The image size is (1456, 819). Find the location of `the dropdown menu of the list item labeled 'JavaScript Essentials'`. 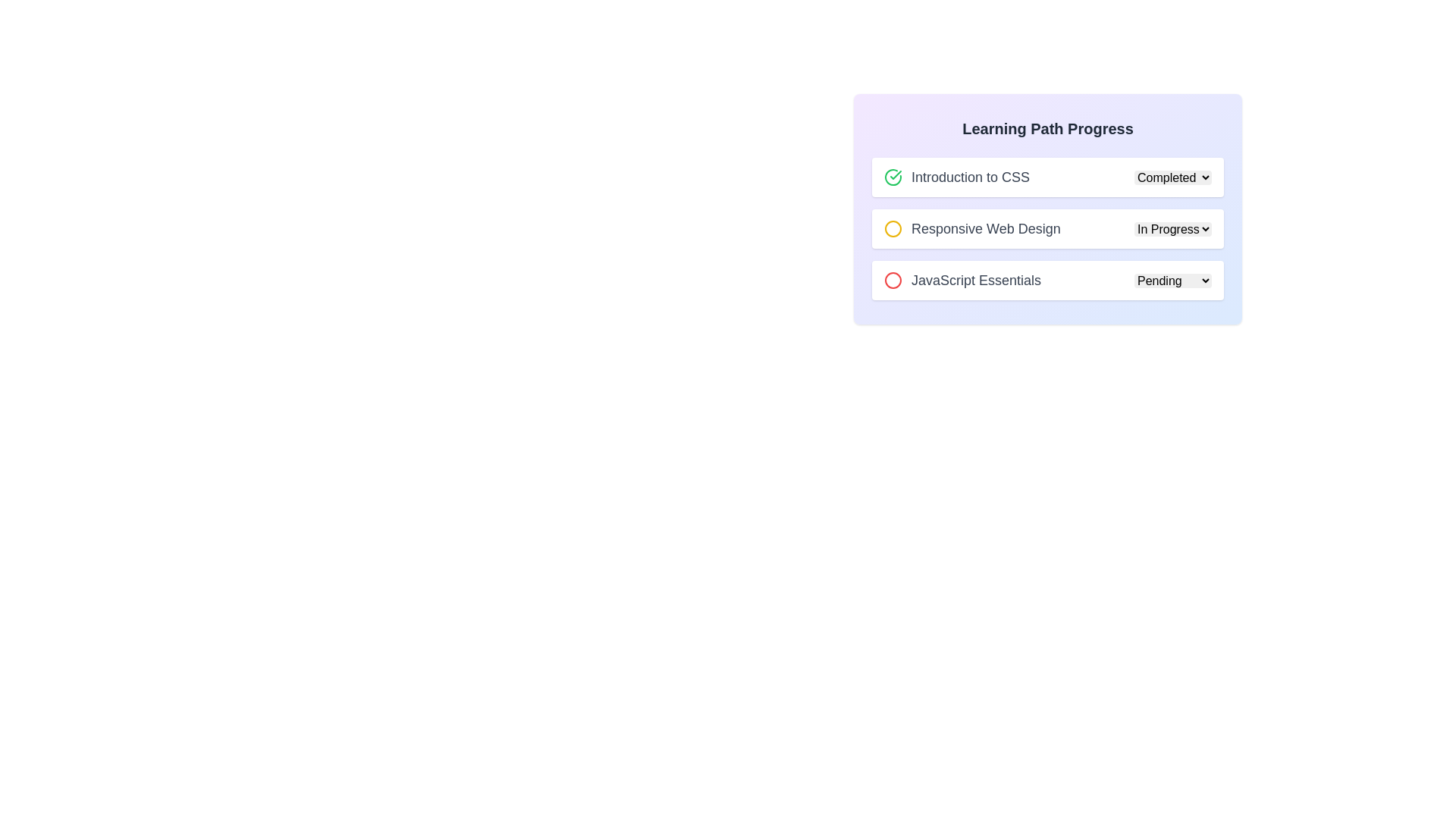

the dropdown menu of the list item labeled 'JavaScript Essentials' is located at coordinates (1047, 281).